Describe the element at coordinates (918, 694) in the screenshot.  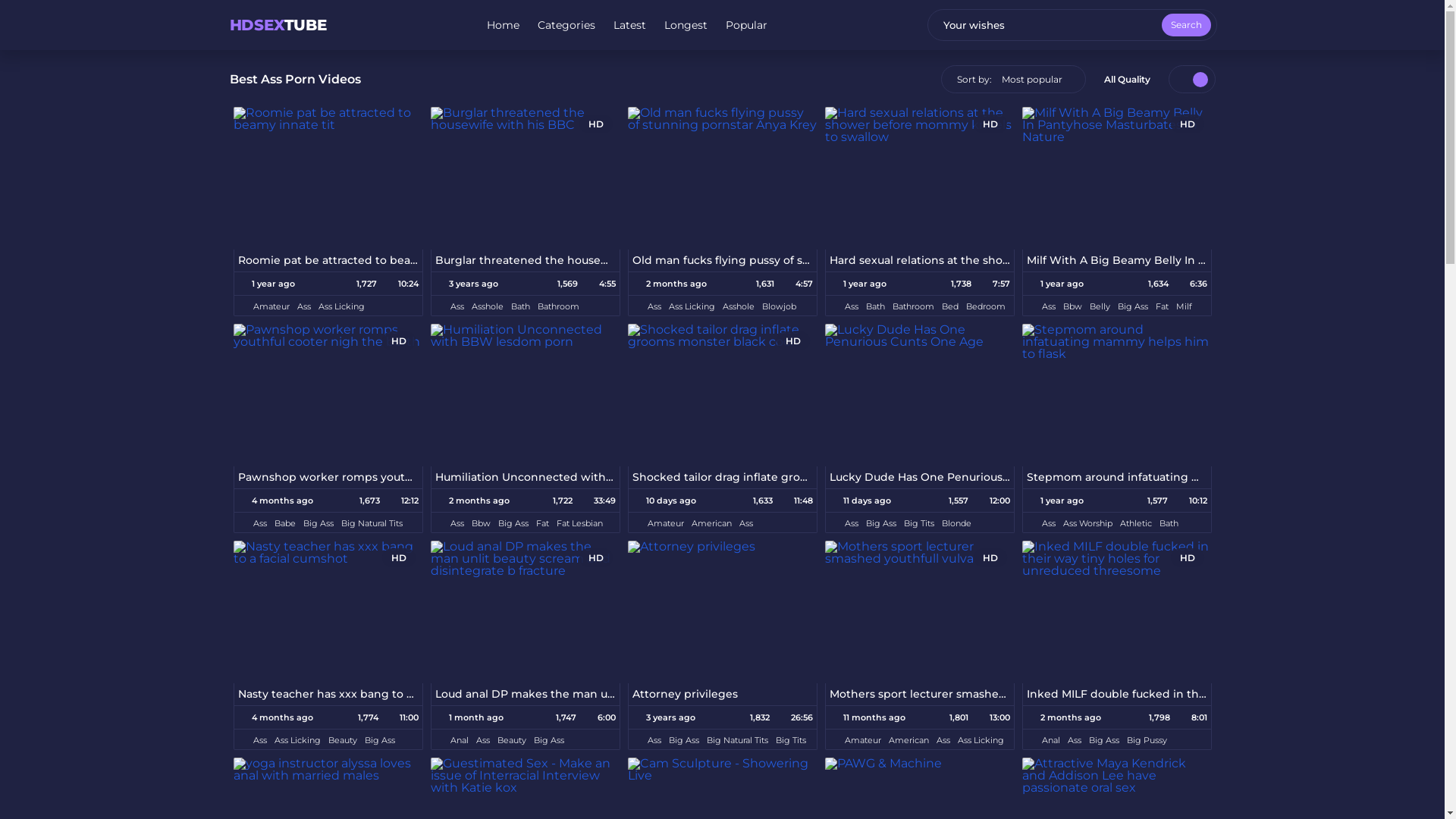
I see `'Mothers sport lecturer smashed youthfull vulva'` at that location.